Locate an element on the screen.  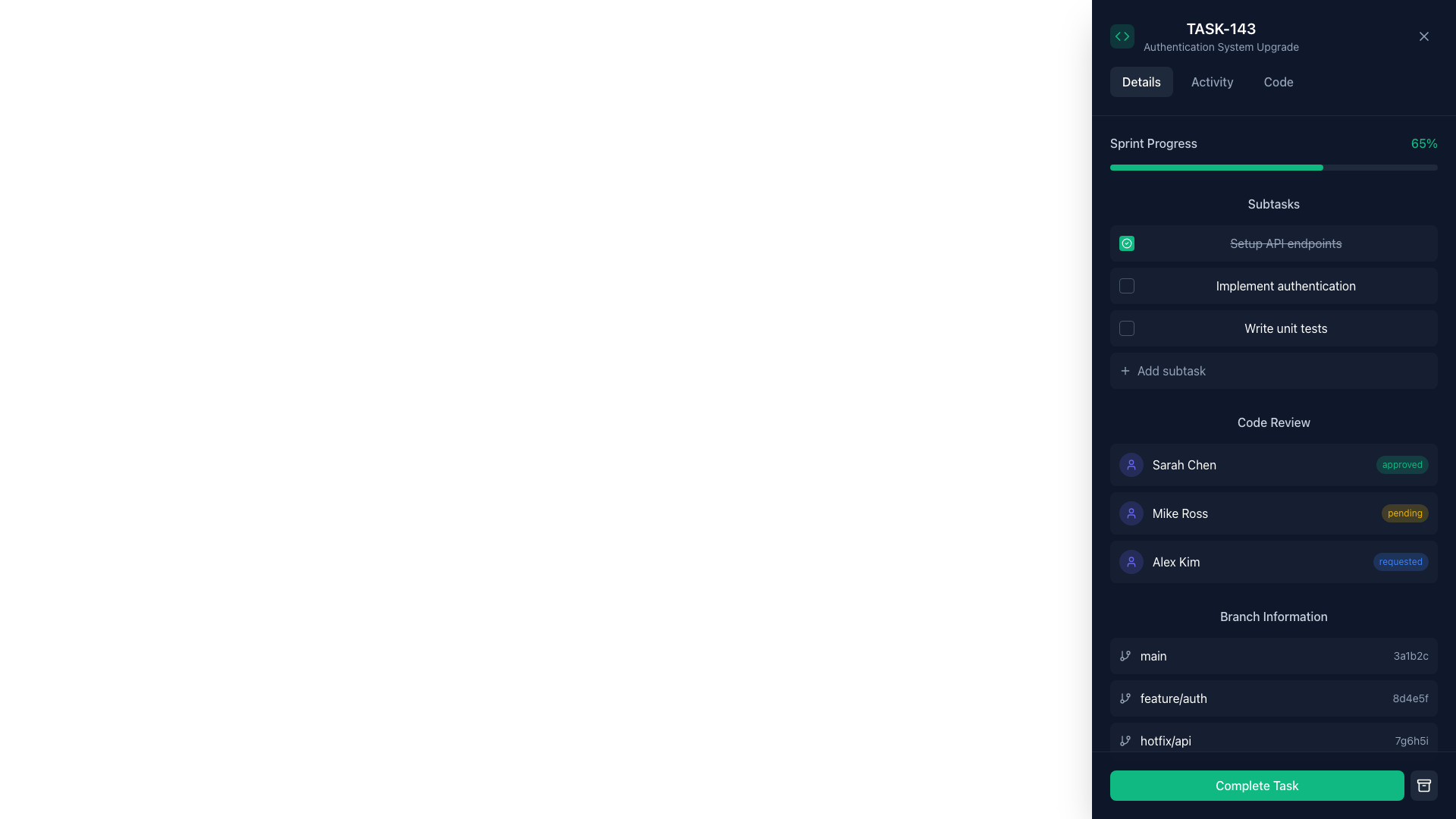
the non-interactive status badge indicating 'pending' for the task associated with Mike Ross in the 'Code Review' section is located at coordinates (1404, 513).